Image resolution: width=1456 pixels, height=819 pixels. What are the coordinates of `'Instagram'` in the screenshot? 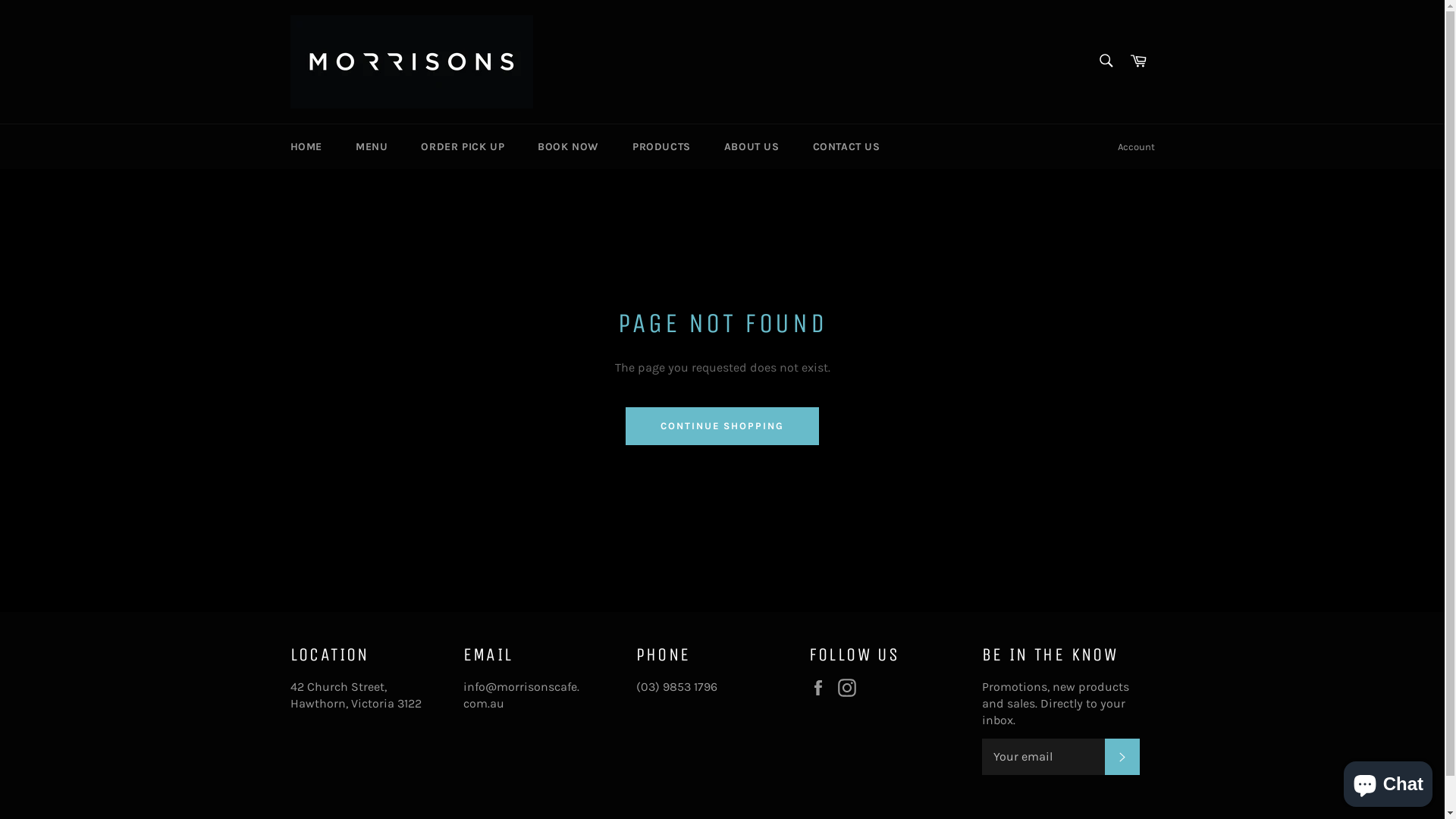 It's located at (850, 687).